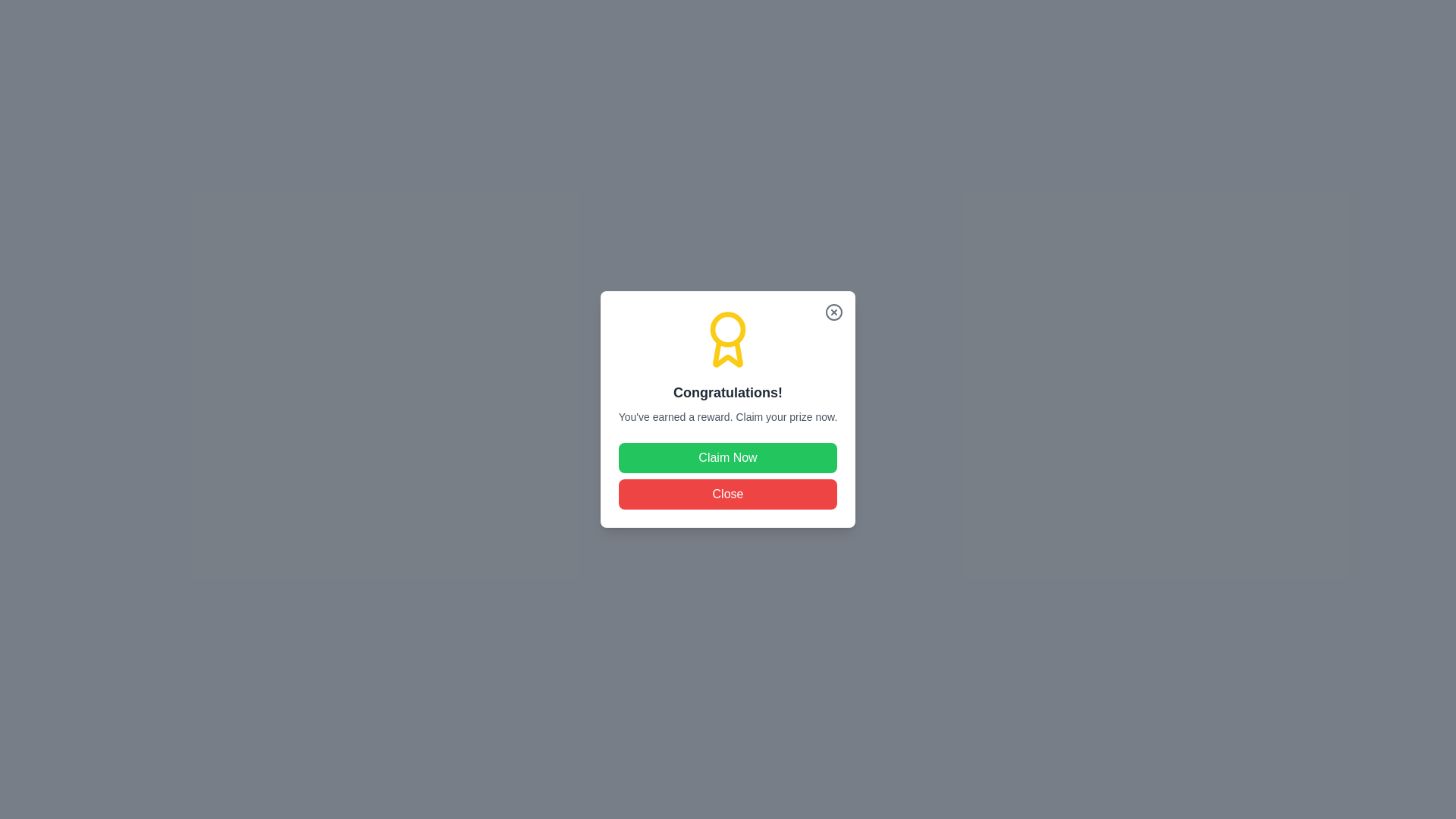 The width and height of the screenshot is (1456, 819). I want to click on the Claim Now button, so click(728, 457).